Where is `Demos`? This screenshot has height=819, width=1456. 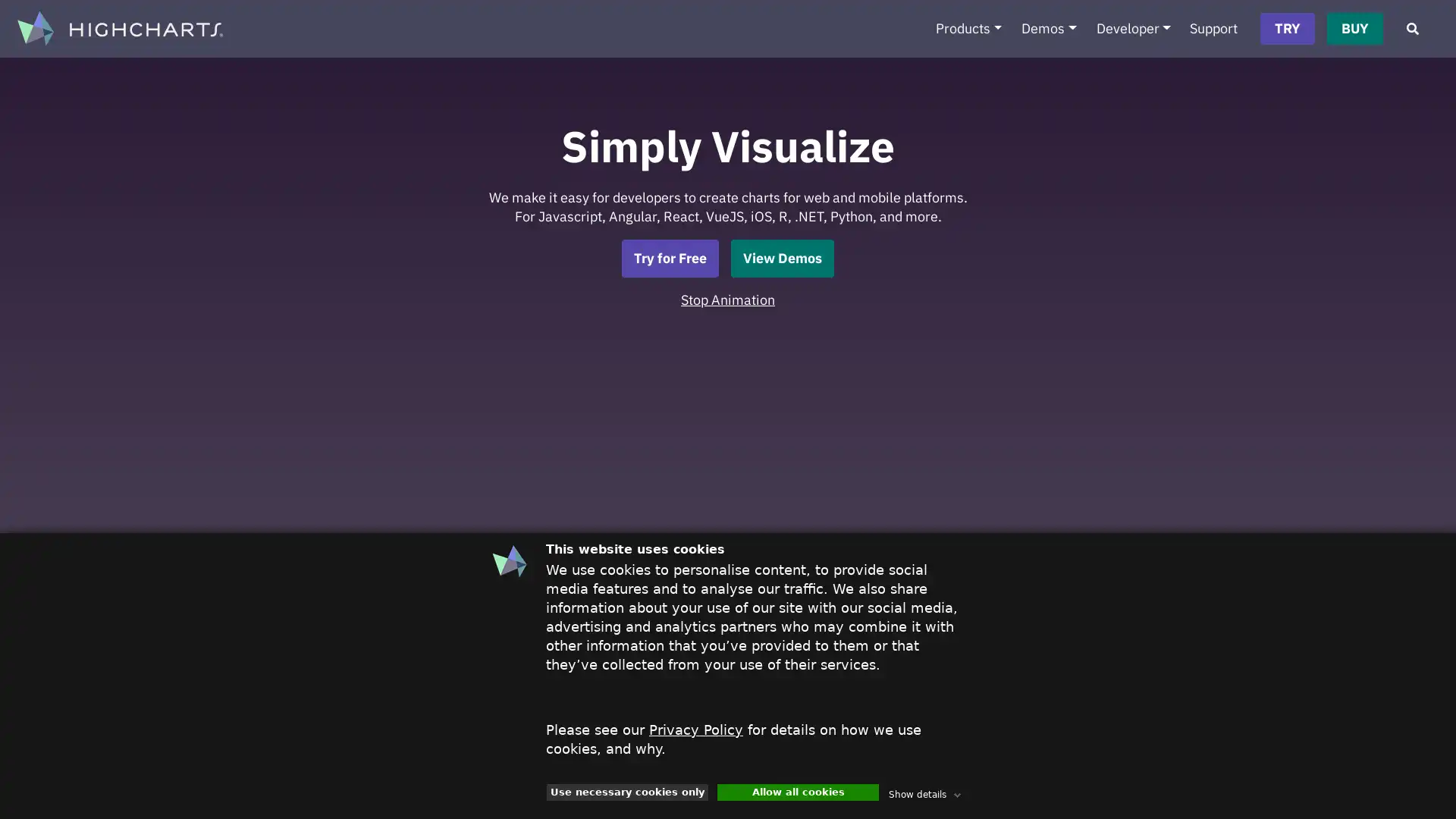 Demos is located at coordinates (1047, 29).